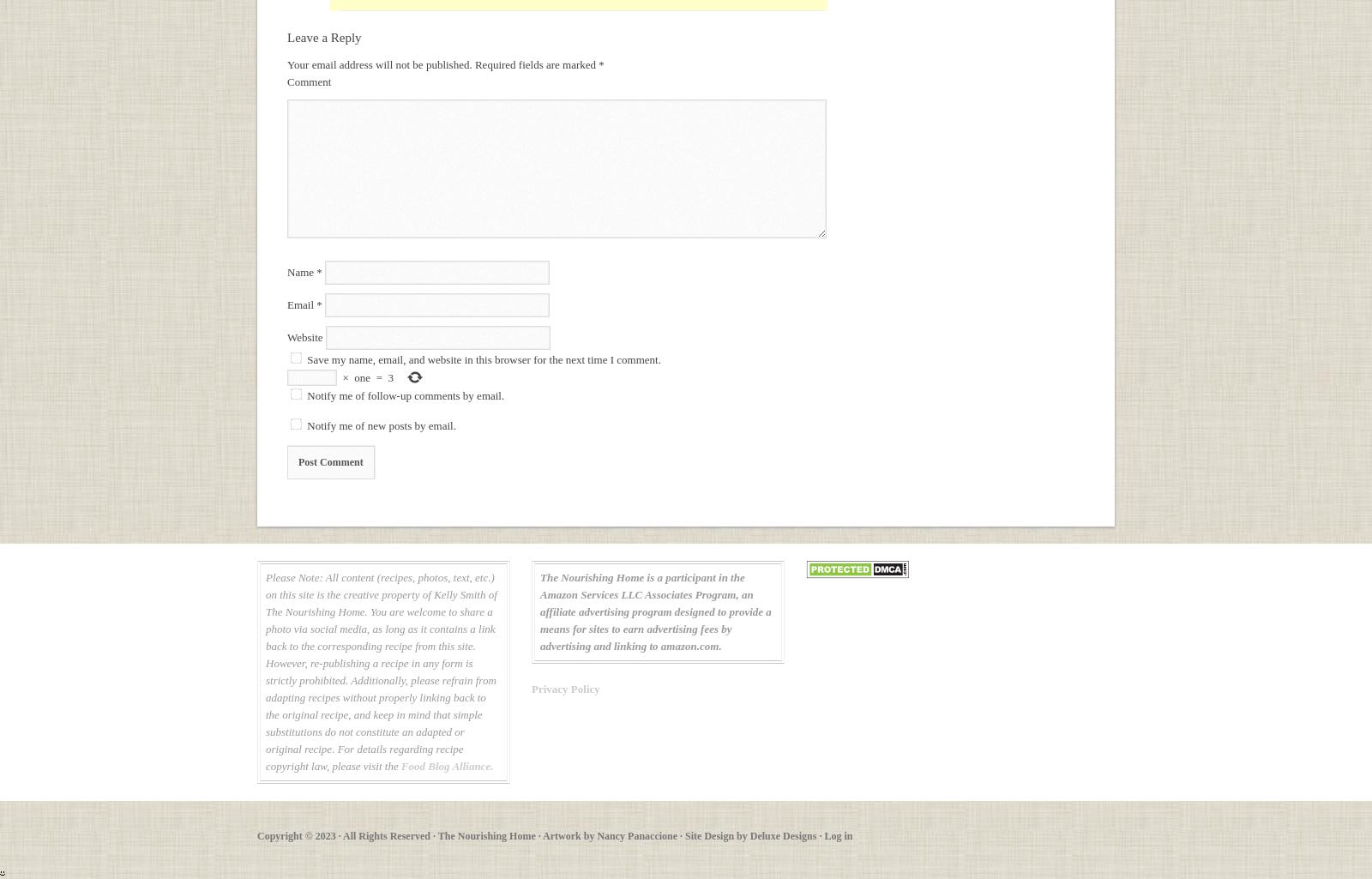 The image size is (1372, 879). I want to click on 'Name', so click(302, 272).